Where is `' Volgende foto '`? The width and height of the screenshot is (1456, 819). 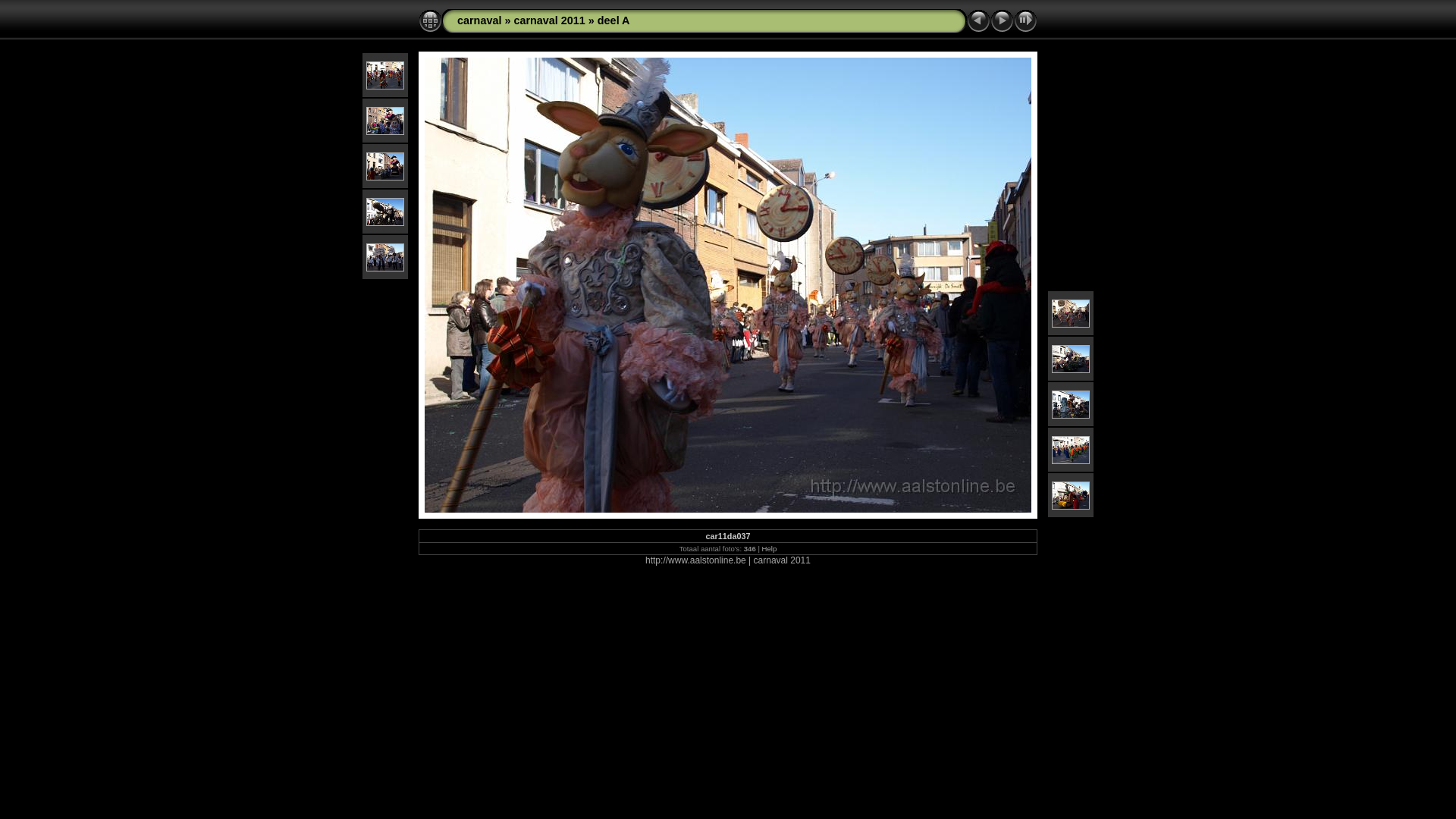
' Volgende foto ' is located at coordinates (1002, 20).